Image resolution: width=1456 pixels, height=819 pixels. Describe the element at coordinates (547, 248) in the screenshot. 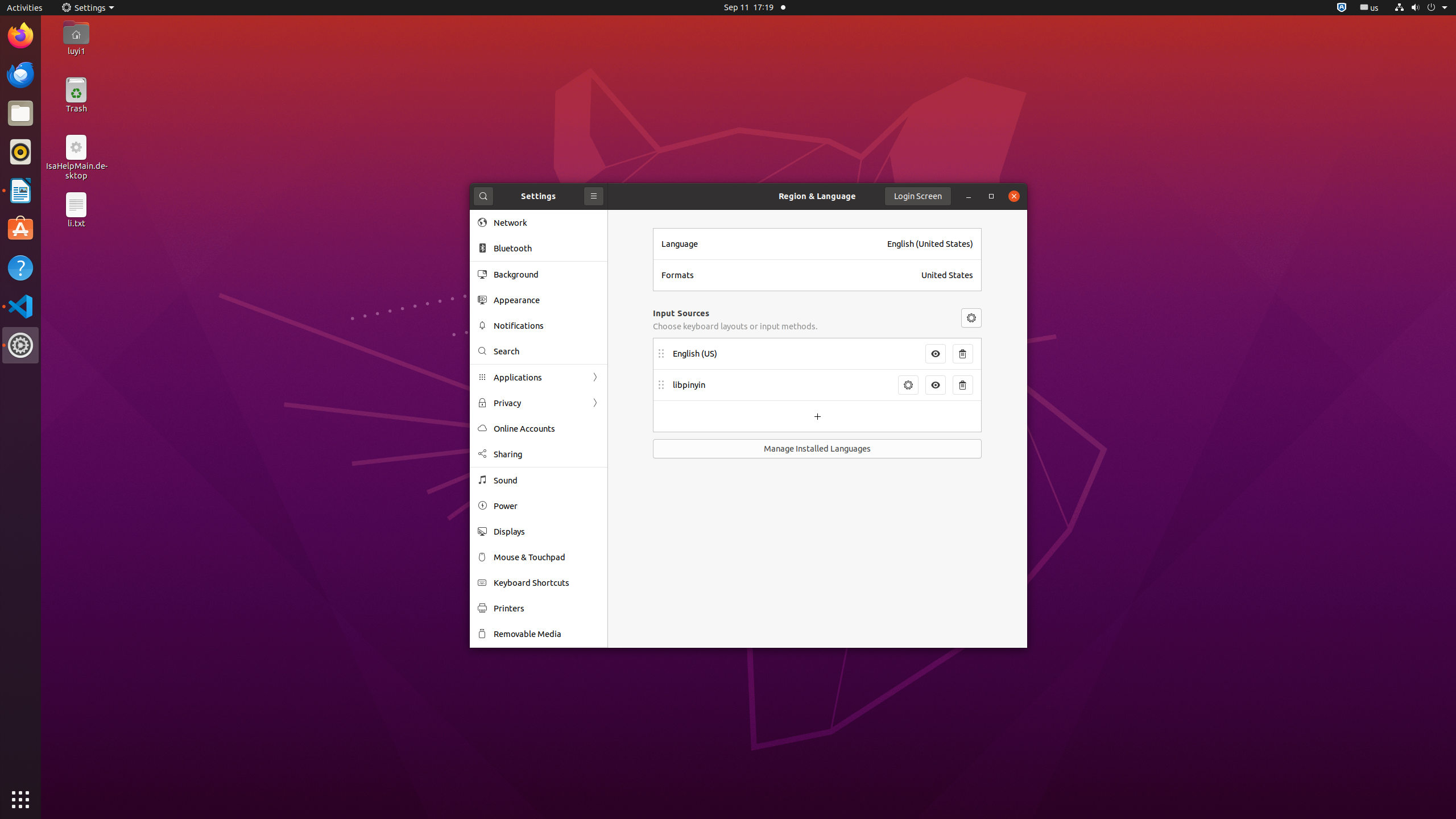

I see `'Bluetooth'` at that location.